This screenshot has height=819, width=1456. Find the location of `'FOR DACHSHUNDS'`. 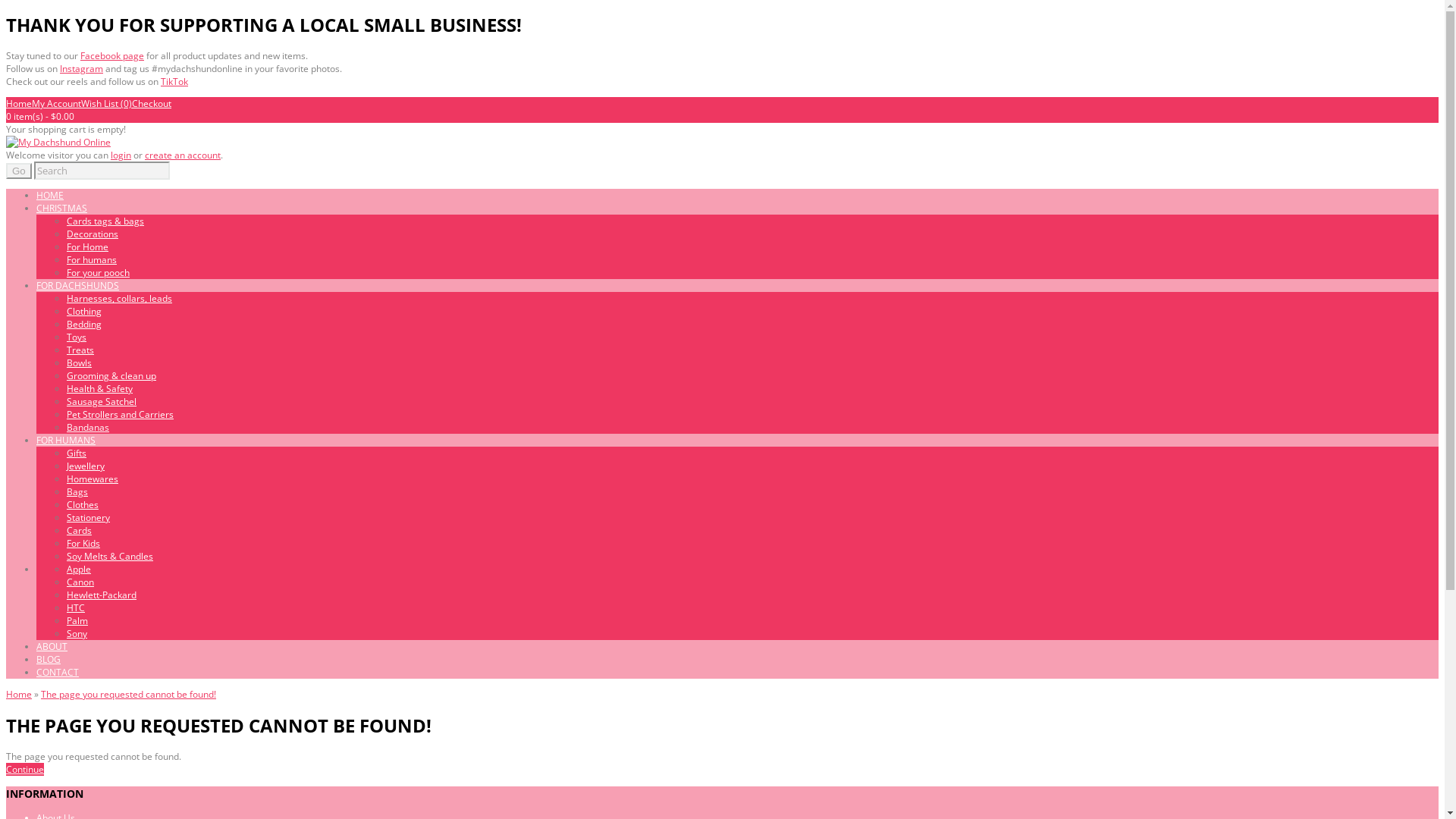

'FOR DACHSHUNDS' is located at coordinates (77, 285).